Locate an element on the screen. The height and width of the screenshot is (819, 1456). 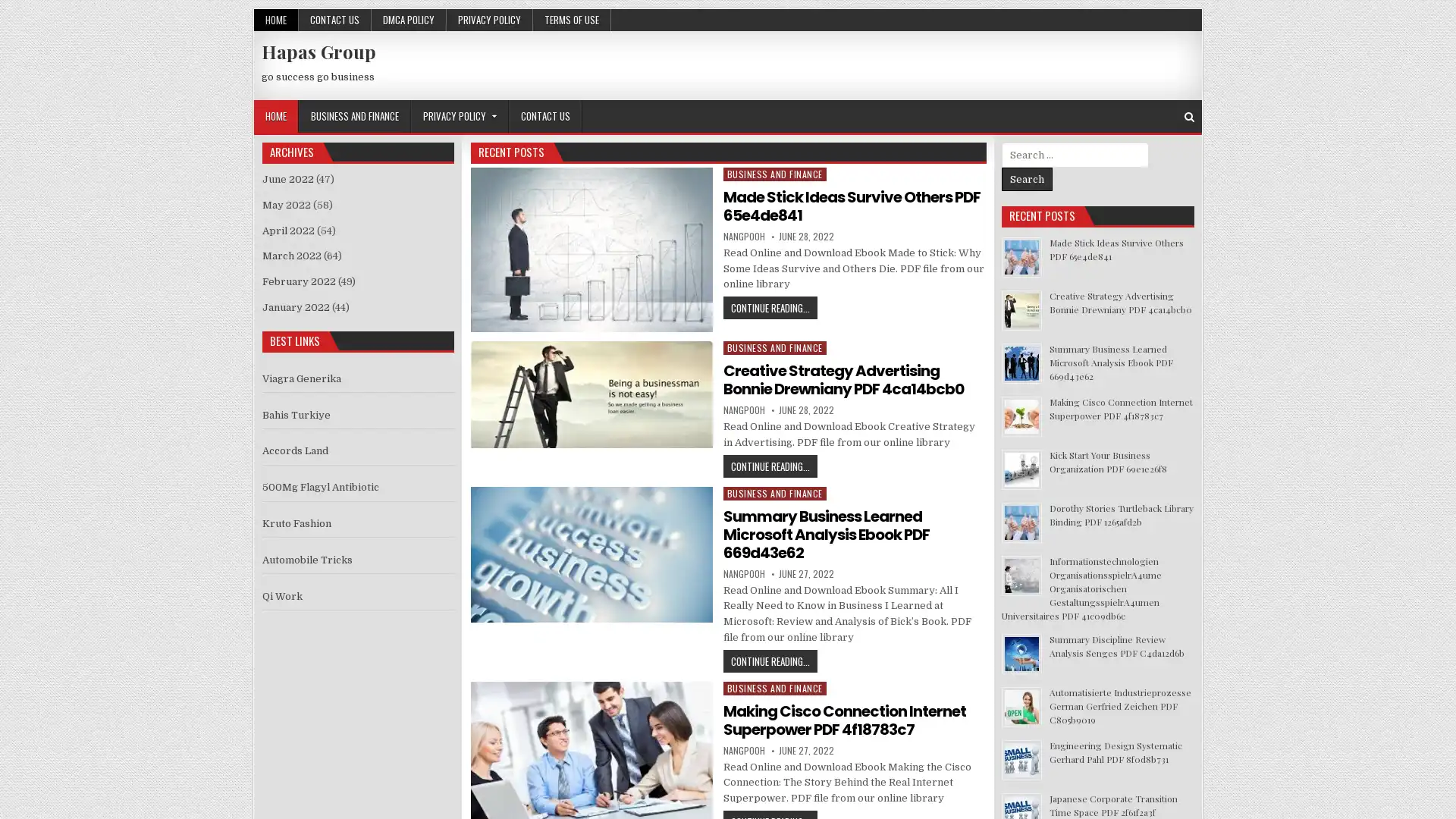
Search is located at coordinates (1027, 178).